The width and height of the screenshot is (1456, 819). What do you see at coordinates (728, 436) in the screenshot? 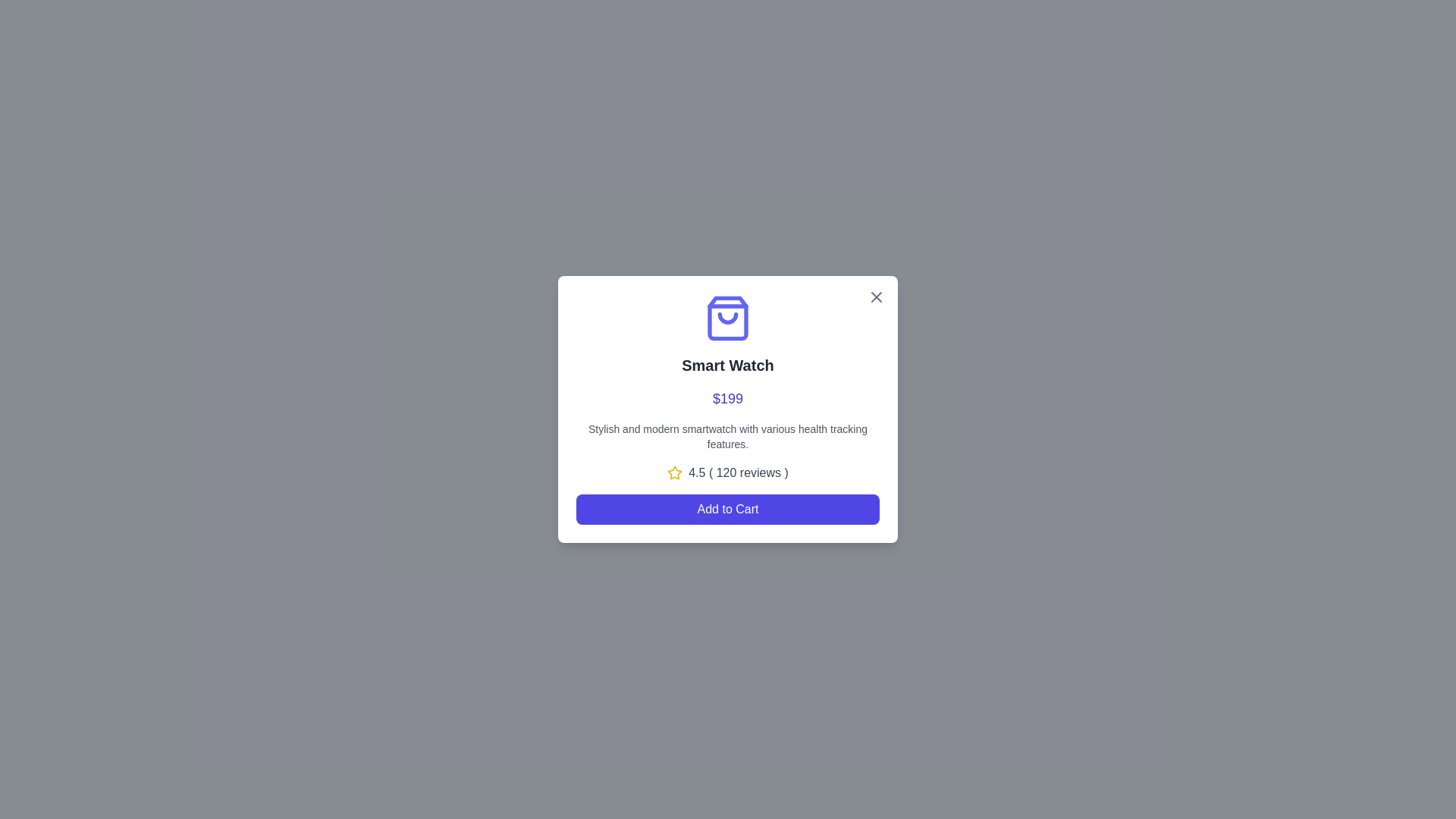
I see `text content 'Stylish and modern smartwatch with various health tracking features.' located centrally in the pop-up interface below the price '$199'` at bounding box center [728, 436].